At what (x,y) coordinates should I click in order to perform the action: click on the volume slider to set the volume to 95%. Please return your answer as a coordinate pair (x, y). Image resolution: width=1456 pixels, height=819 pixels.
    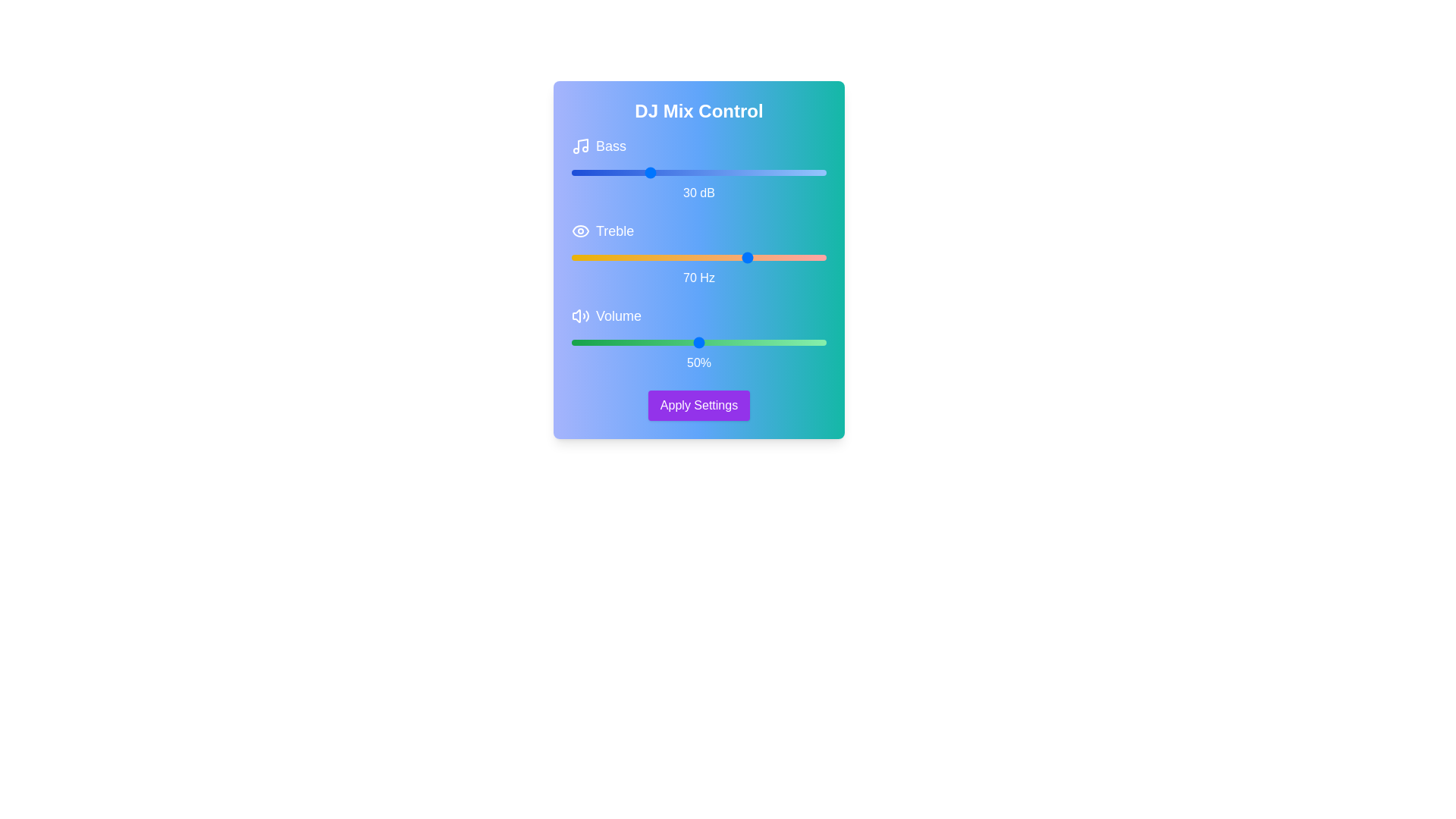
    Looking at the image, I should click on (813, 342).